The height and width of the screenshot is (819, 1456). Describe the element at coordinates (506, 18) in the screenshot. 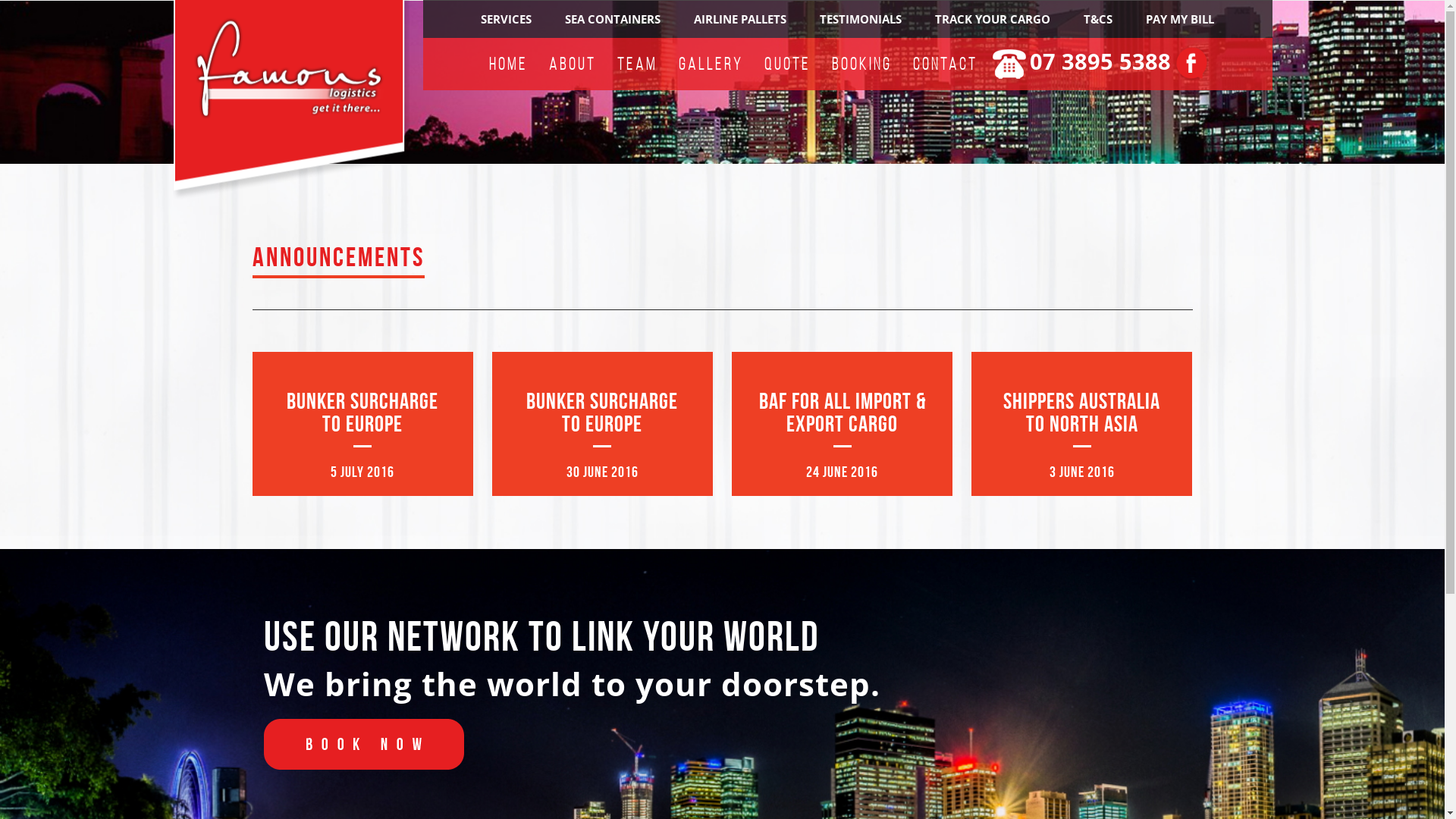

I see `'SERVICES'` at that location.